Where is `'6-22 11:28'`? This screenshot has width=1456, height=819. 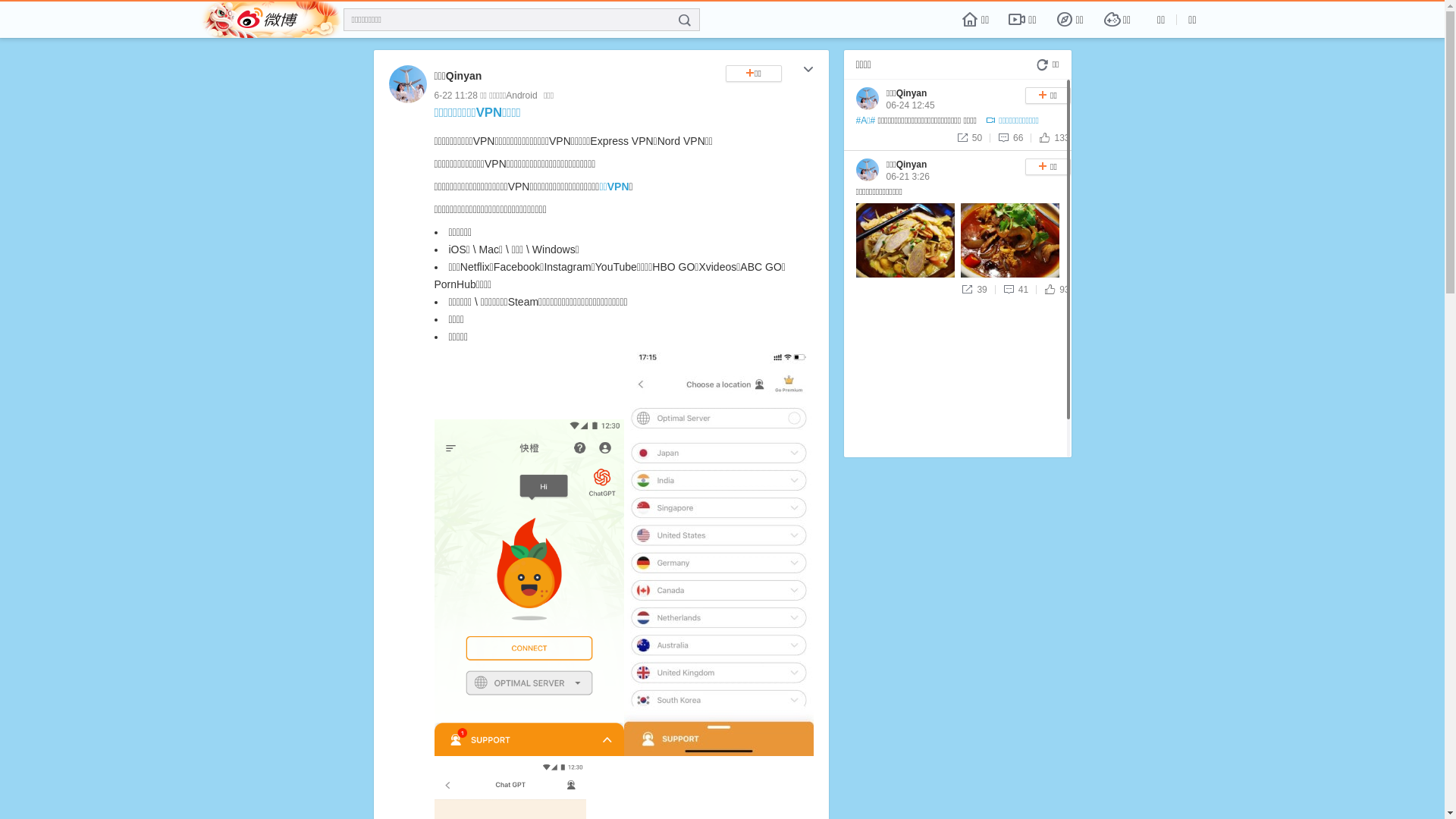 '6-22 11:28' is located at coordinates (432, 96).